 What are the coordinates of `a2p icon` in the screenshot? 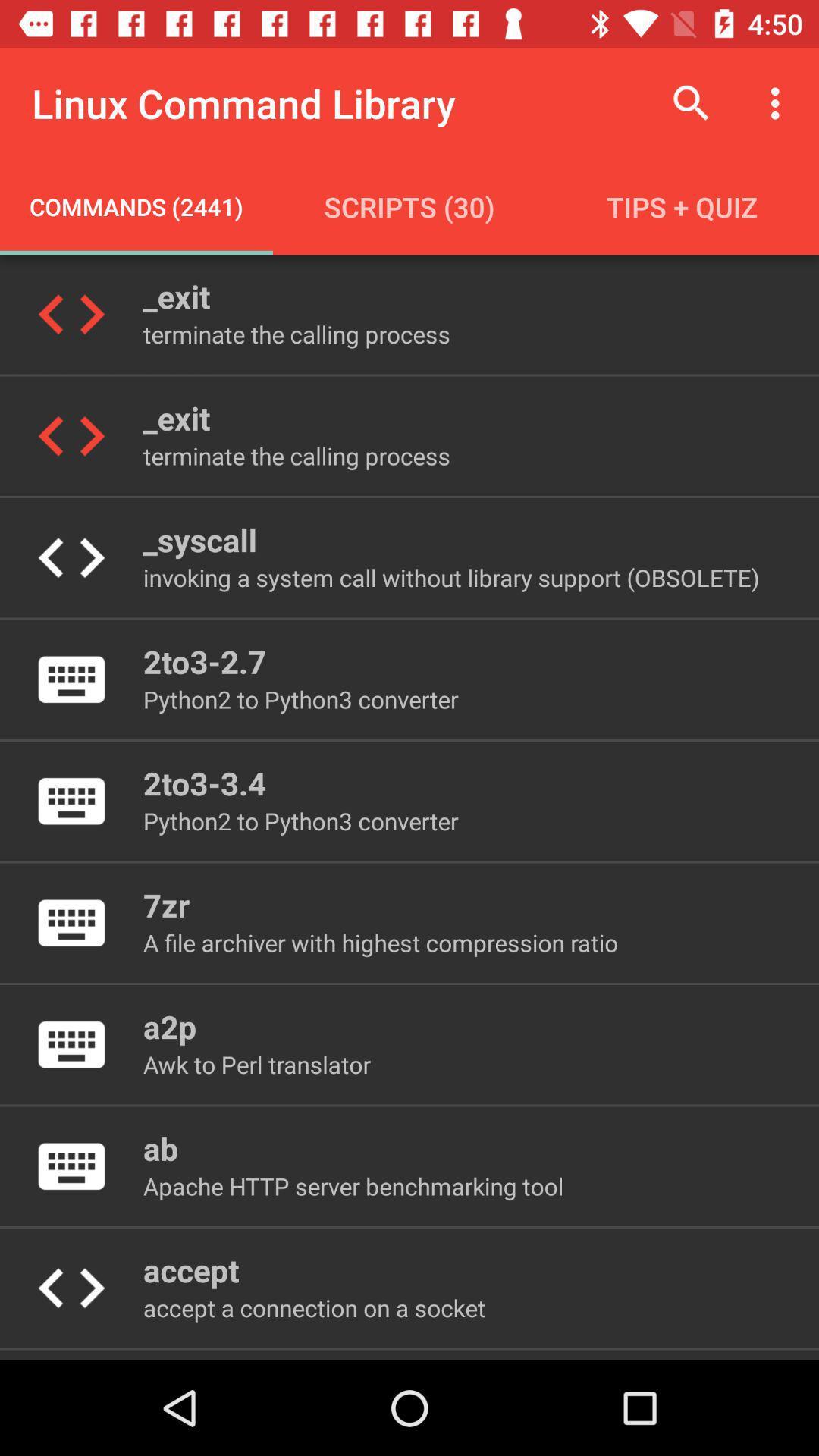 It's located at (170, 1026).